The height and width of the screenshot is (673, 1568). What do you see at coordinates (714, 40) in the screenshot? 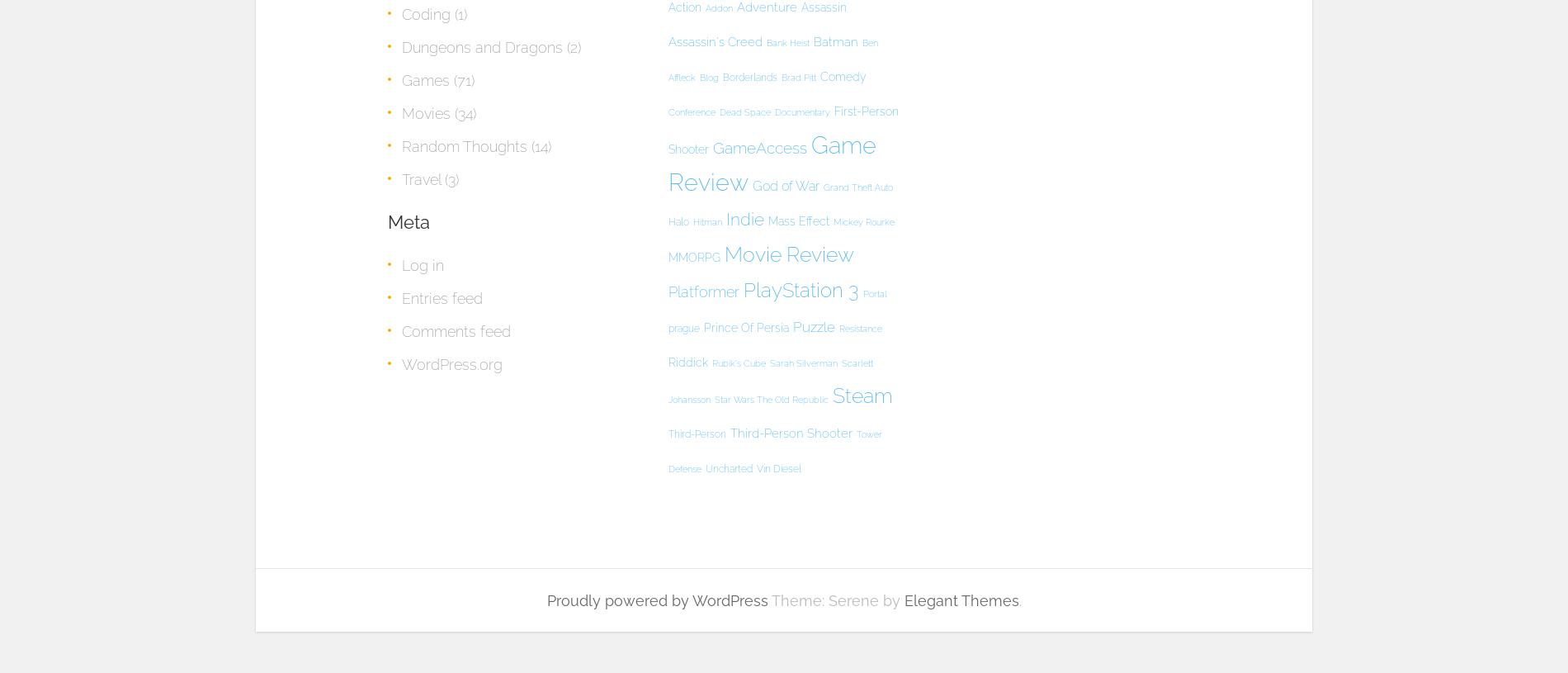
I see `'Assassin's Creed'` at bounding box center [714, 40].